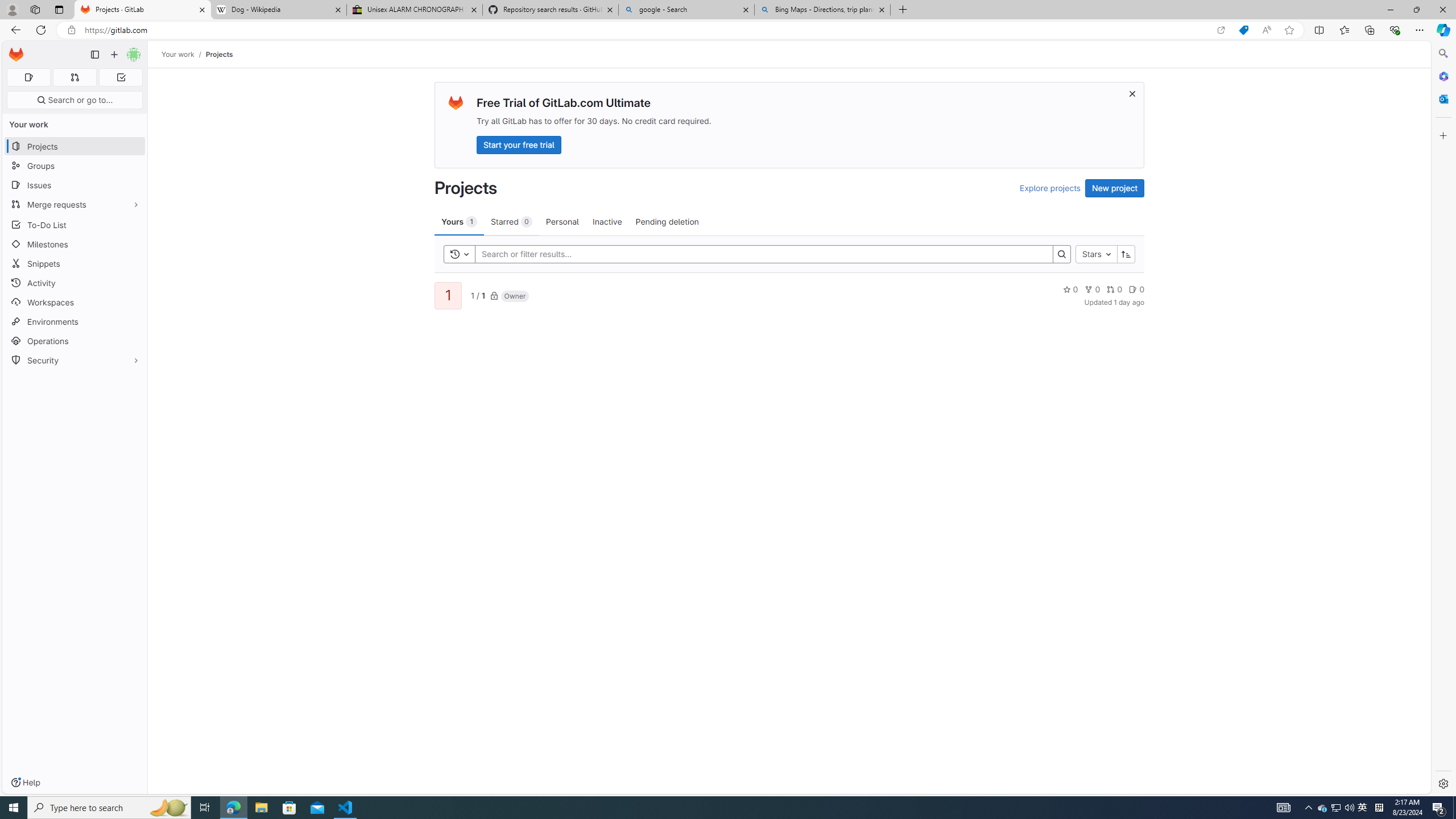 The width and height of the screenshot is (1456, 819). What do you see at coordinates (74, 166) in the screenshot?
I see `'Groups'` at bounding box center [74, 166].